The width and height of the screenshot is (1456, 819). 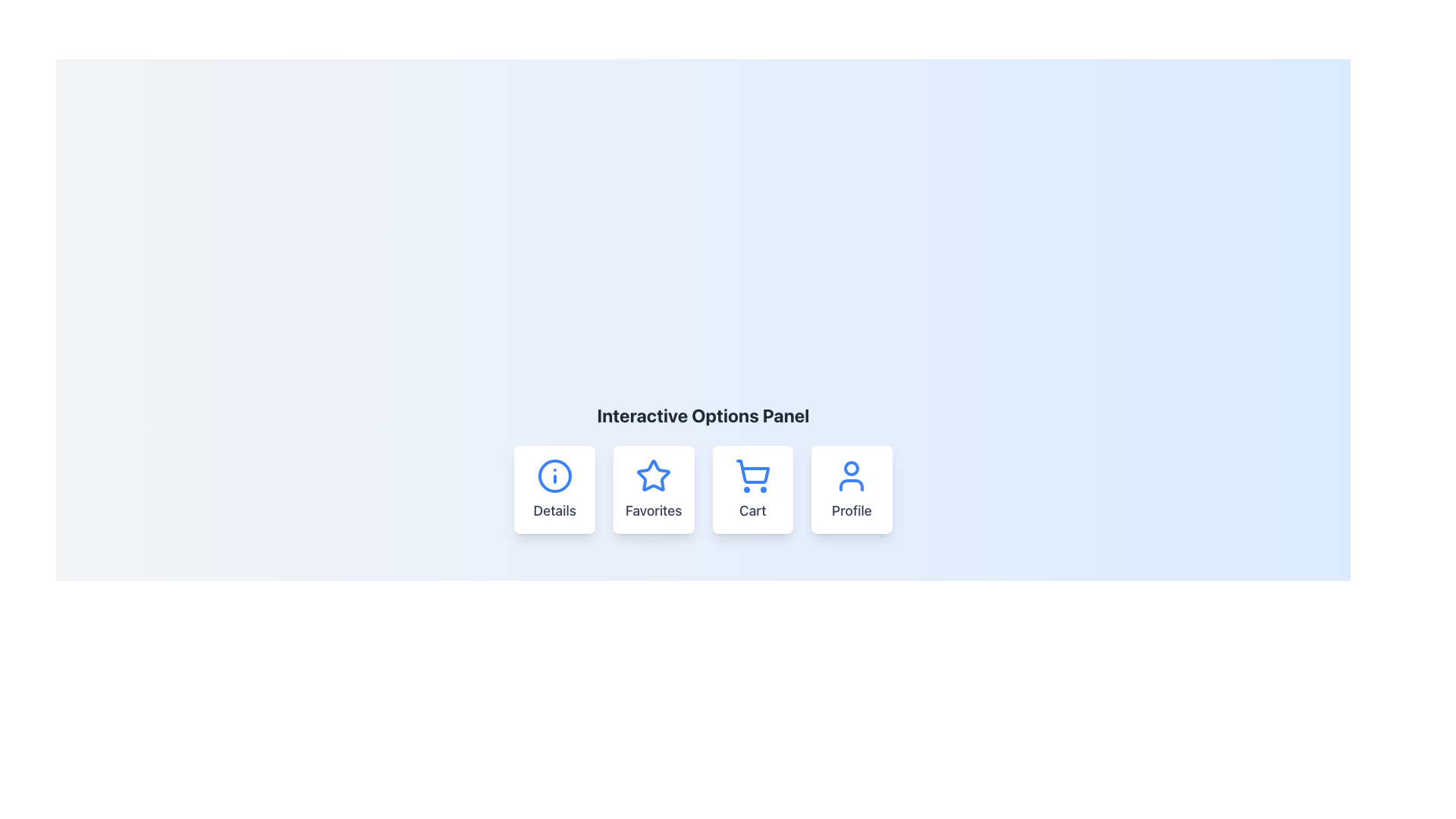 What do you see at coordinates (702, 415) in the screenshot?
I see `the text label or header element displaying 'Interactive Options Panel', which is centrally positioned above the grid layout of options` at bounding box center [702, 415].